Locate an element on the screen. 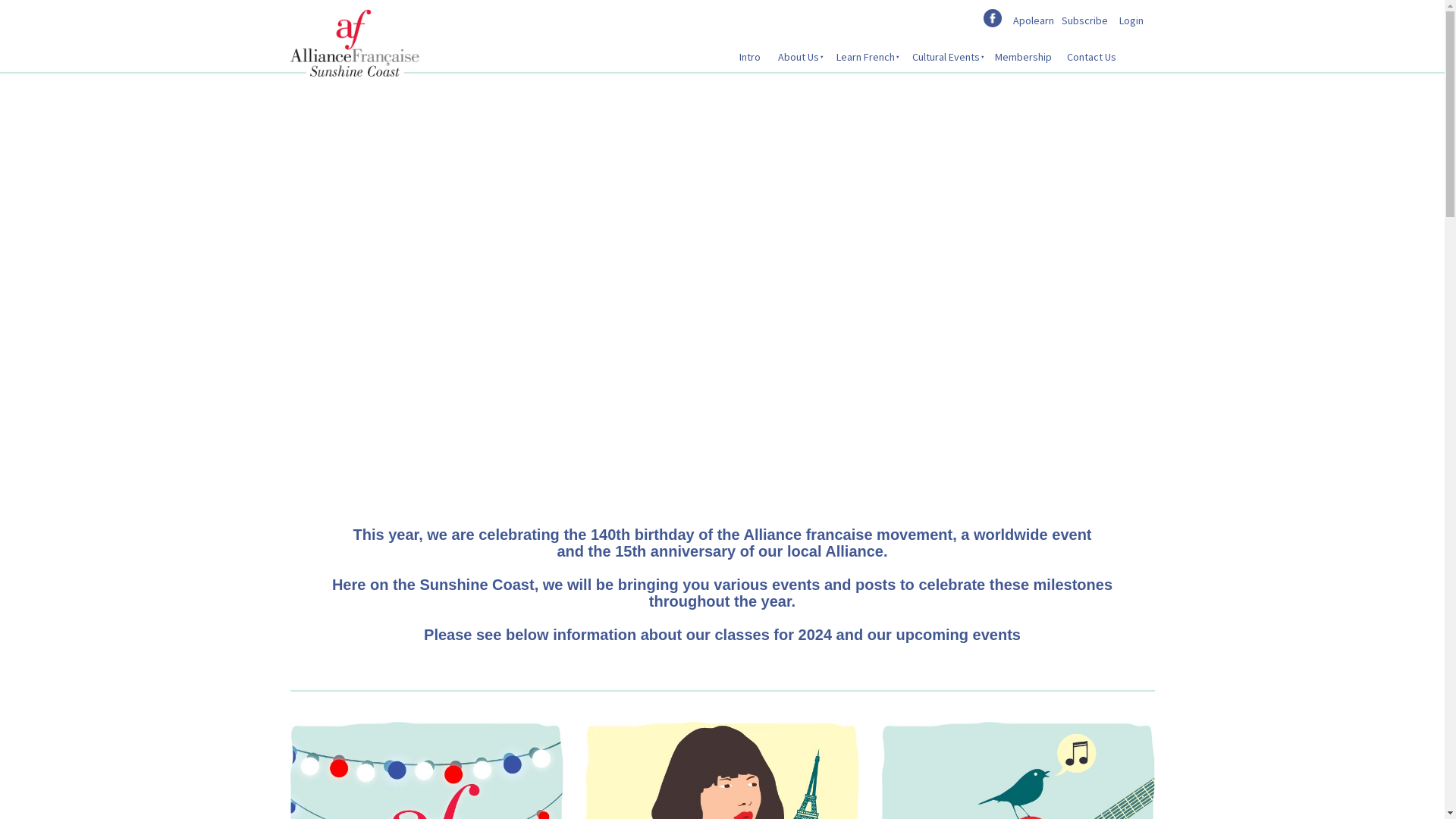  'Intro' is located at coordinates (749, 55).